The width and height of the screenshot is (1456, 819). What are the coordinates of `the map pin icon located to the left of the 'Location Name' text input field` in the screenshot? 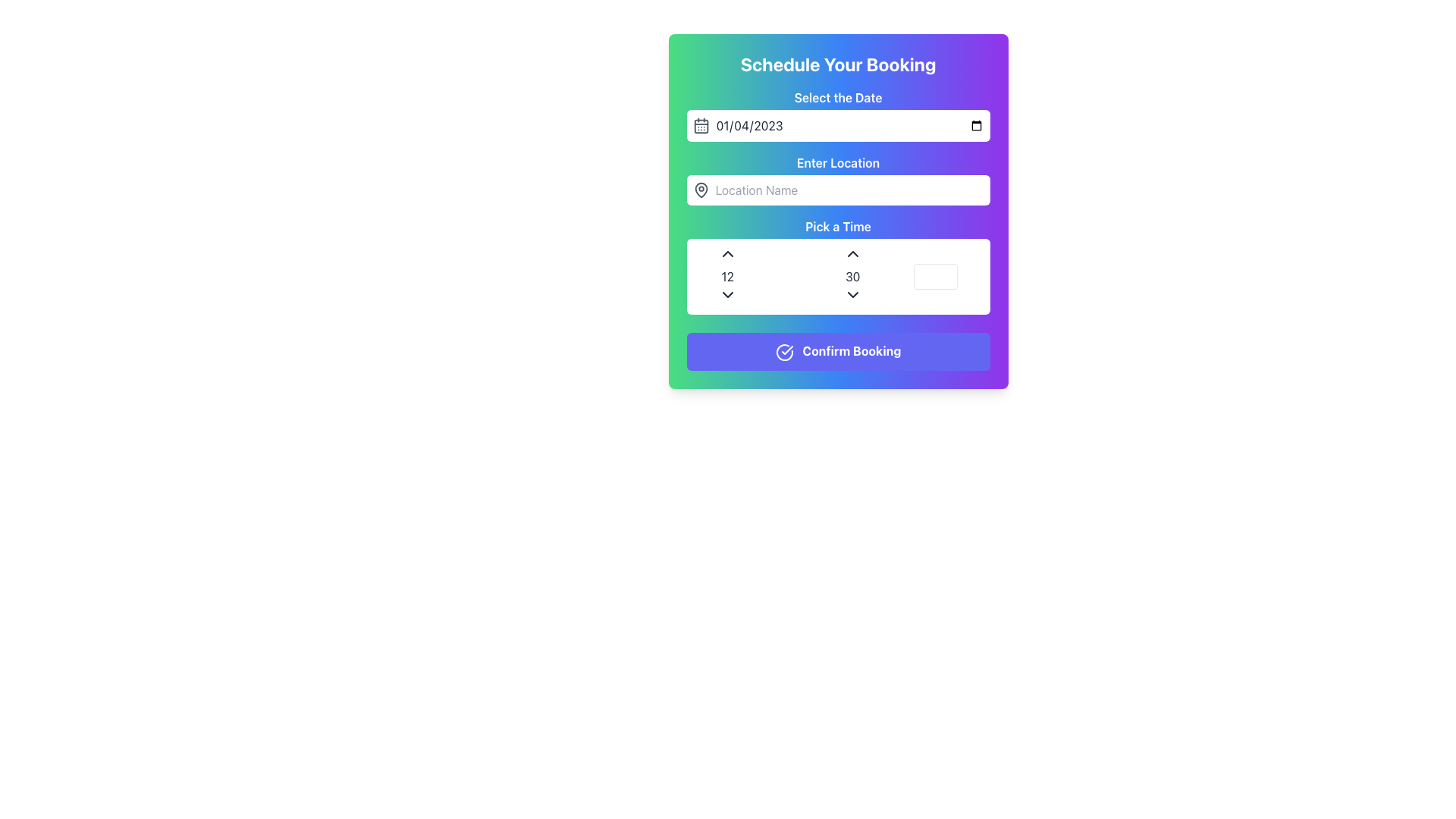 It's located at (700, 189).